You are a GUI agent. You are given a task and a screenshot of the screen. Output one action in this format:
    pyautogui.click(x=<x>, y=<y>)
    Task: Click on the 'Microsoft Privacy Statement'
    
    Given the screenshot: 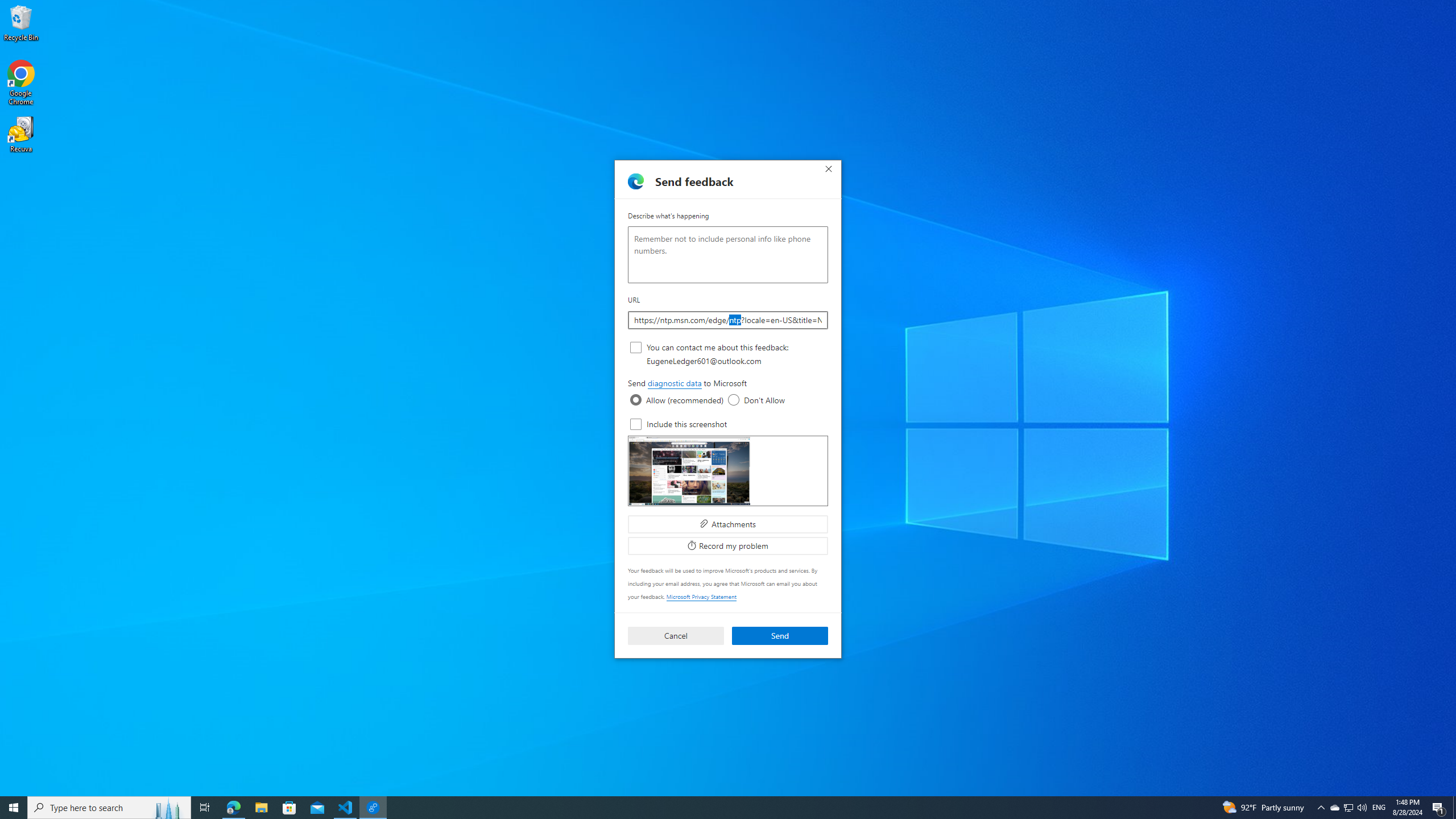 What is the action you would take?
    pyautogui.click(x=700, y=597)
    